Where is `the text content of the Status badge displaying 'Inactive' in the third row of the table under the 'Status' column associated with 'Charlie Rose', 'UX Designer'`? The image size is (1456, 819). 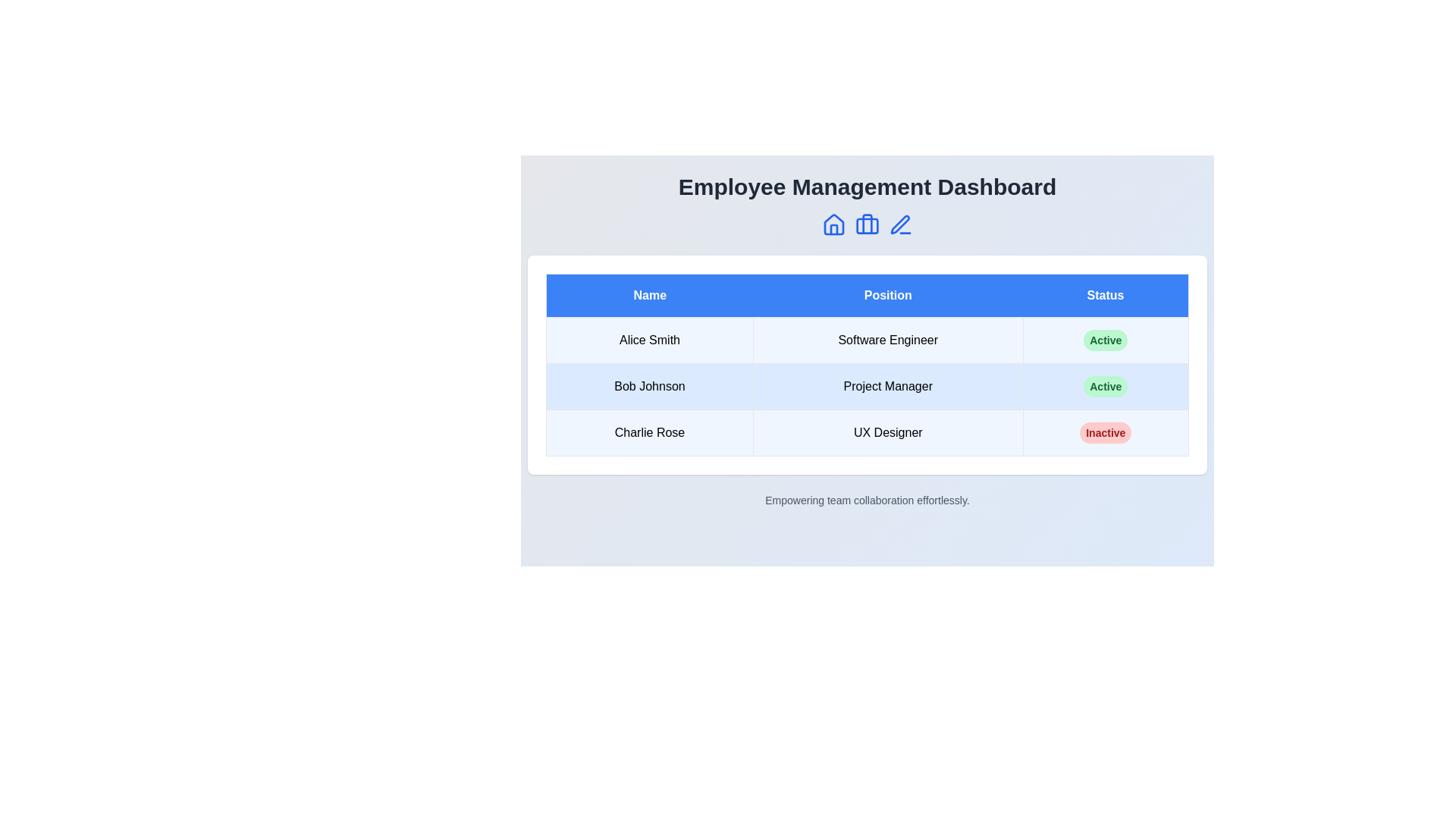
the text content of the Status badge displaying 'Inactive' in the third row of the table under the 'Status' column associated with 'Charlie Rose', 'UX Designer' is located at coordinates (1106, 432).